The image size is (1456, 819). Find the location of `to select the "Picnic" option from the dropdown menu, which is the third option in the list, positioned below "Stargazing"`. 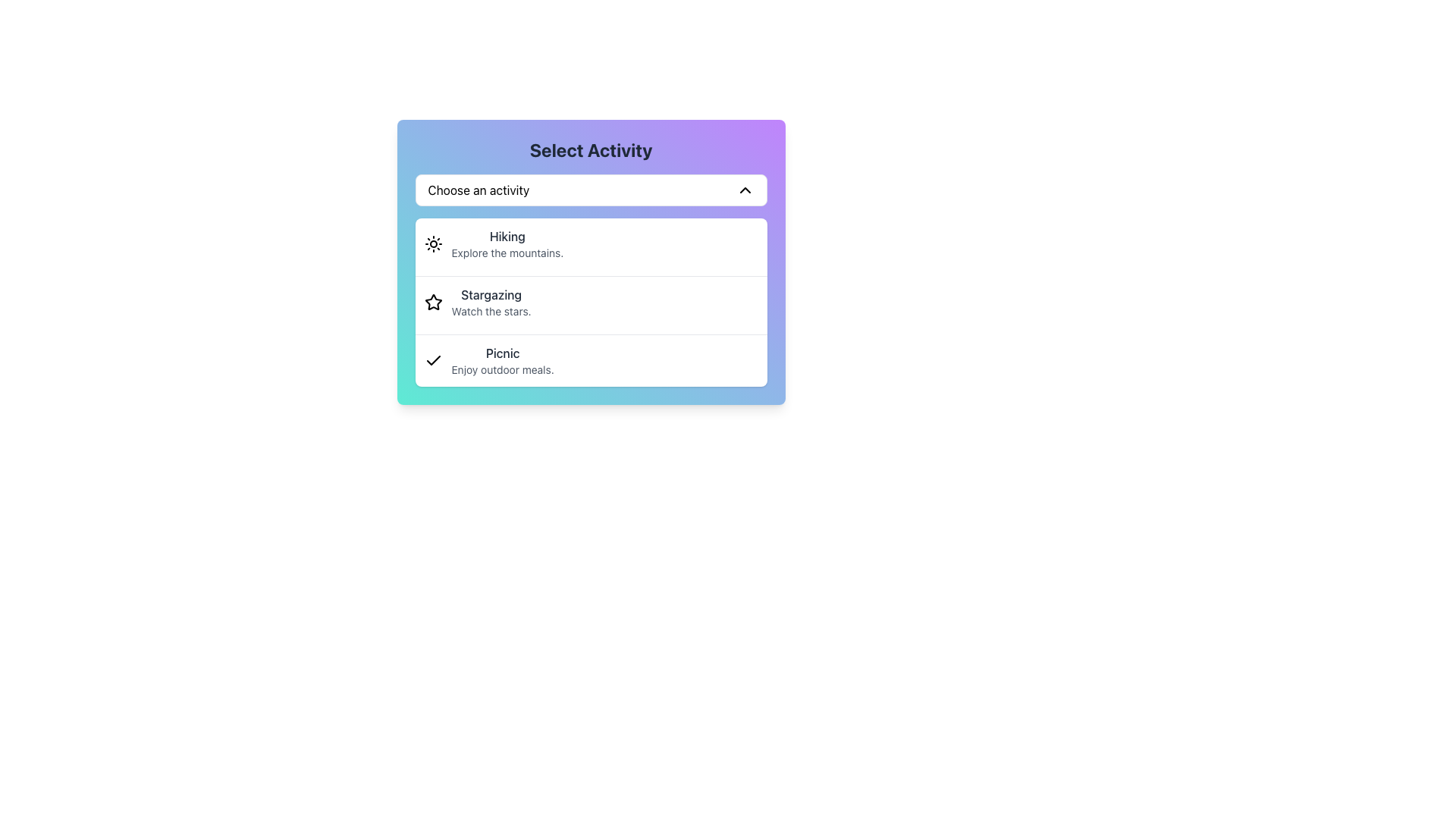

to select the "Picnic" option from the dropdown menu, which is the third option in the list, positioned below "Stargazing" is located at coordinates (590, 360).